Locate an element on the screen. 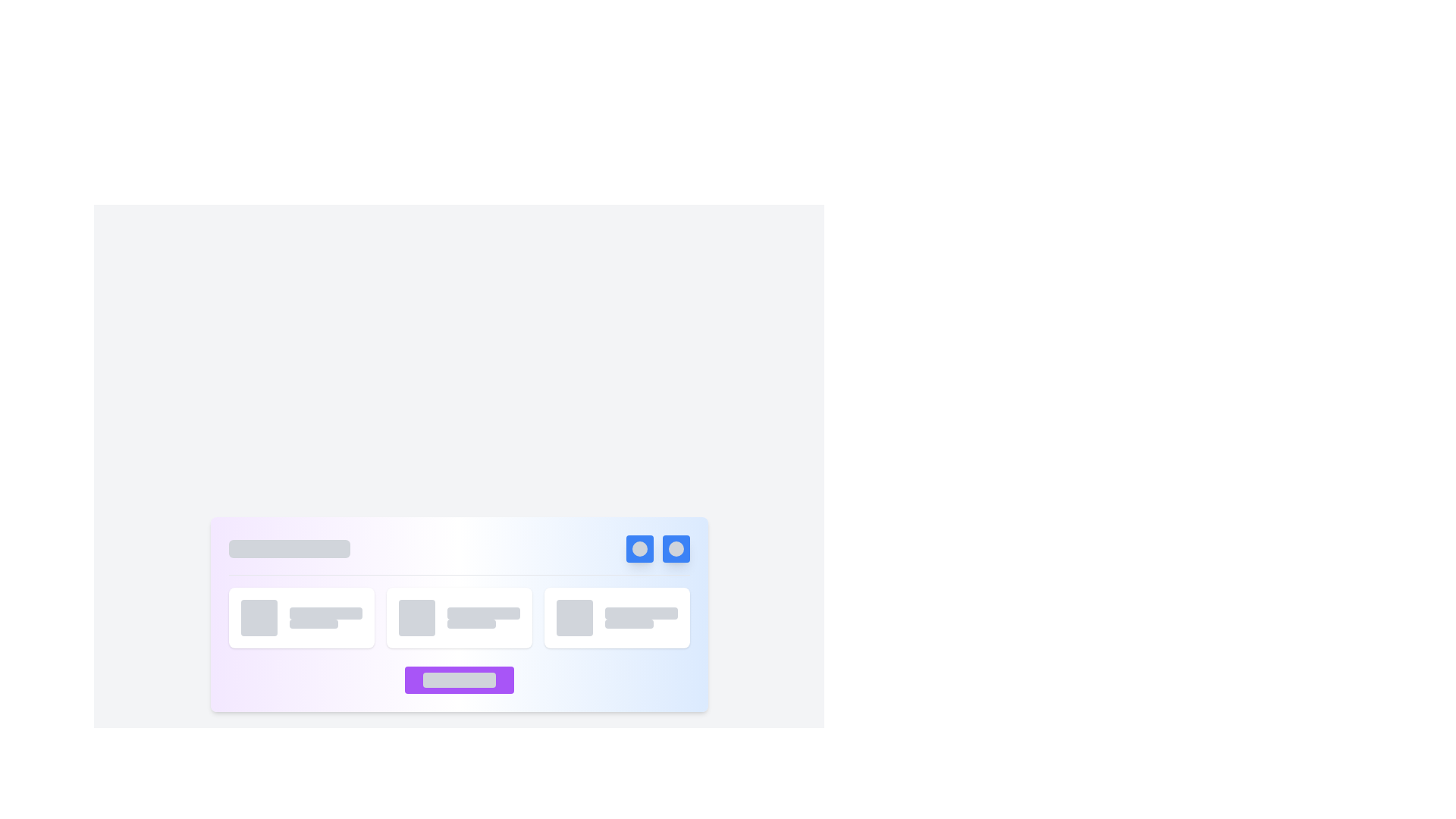 This screenshot has height=819, width=1456. the narrow rectangular placeholder (Skeleton Loader) with a light gray background located below a dark gray rectangular placeholder in the lower-right quadrant of the interface is located at coordinates (641, 623).